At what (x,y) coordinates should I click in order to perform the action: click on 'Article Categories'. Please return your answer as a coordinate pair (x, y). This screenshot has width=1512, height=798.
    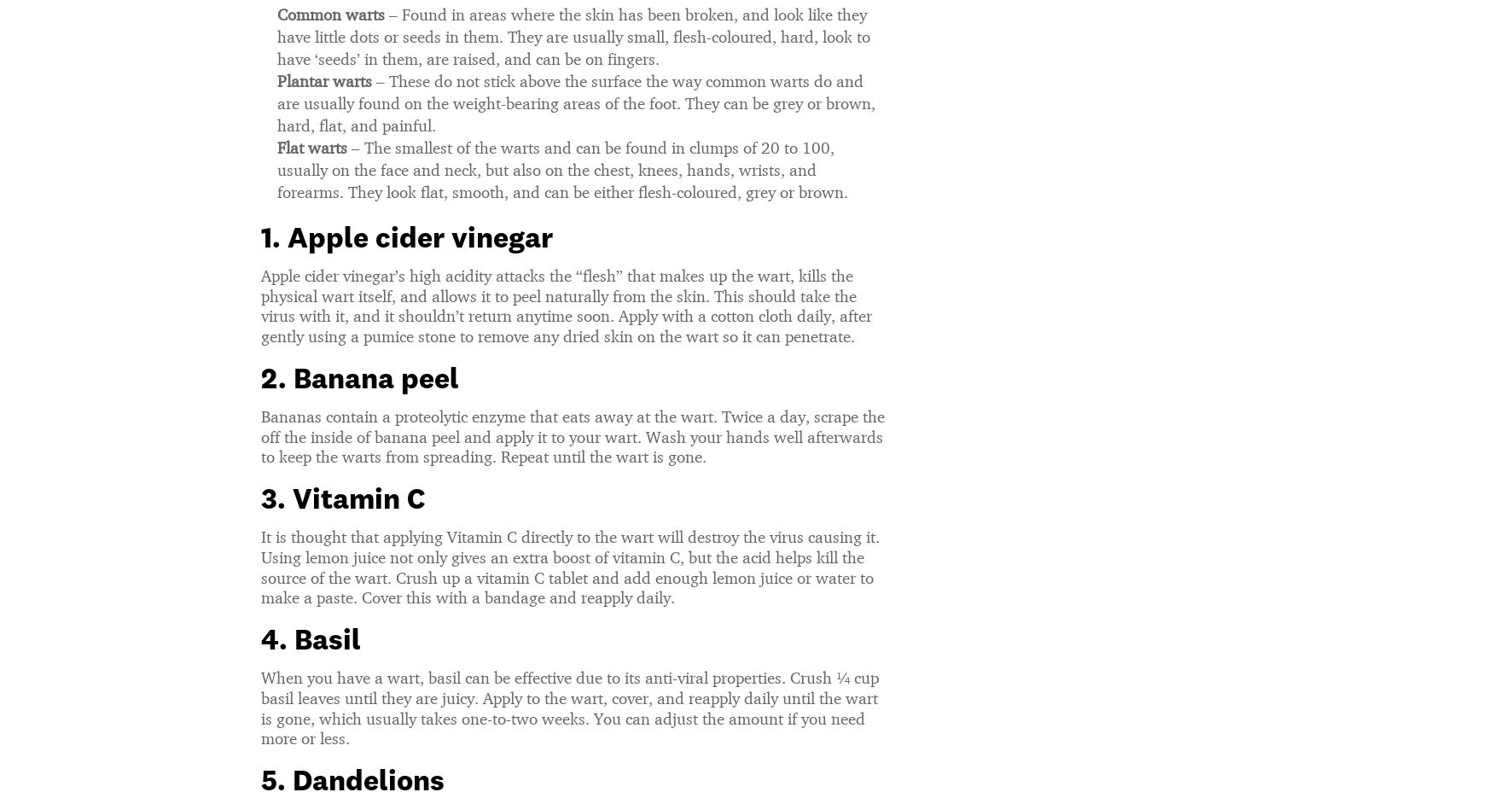
    Looking at the image, I should click on (1017, 783).